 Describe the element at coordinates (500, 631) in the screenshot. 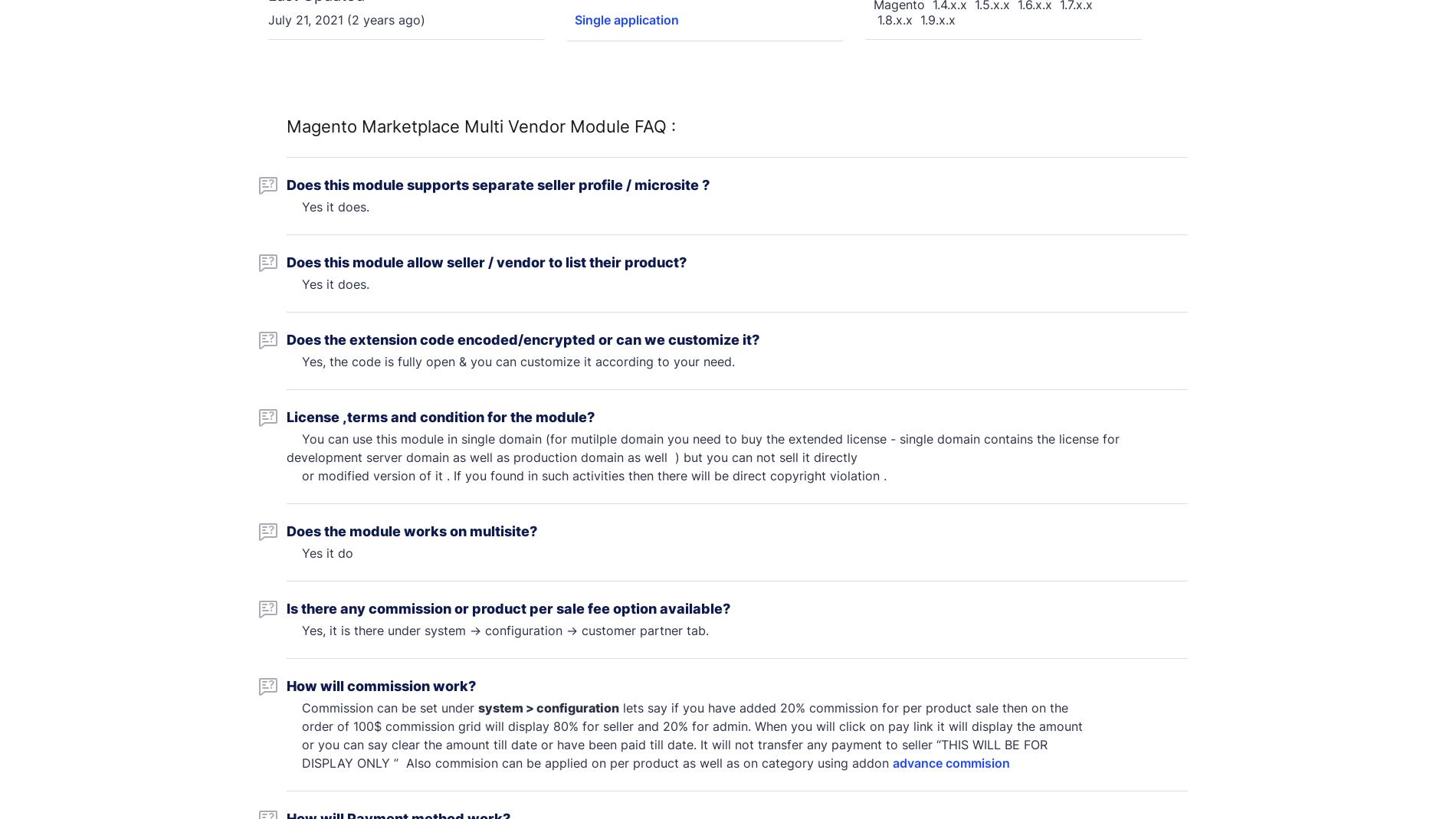

I see `'Yes, it is there under system -> configuration -> customer partner tab.'` at that location.